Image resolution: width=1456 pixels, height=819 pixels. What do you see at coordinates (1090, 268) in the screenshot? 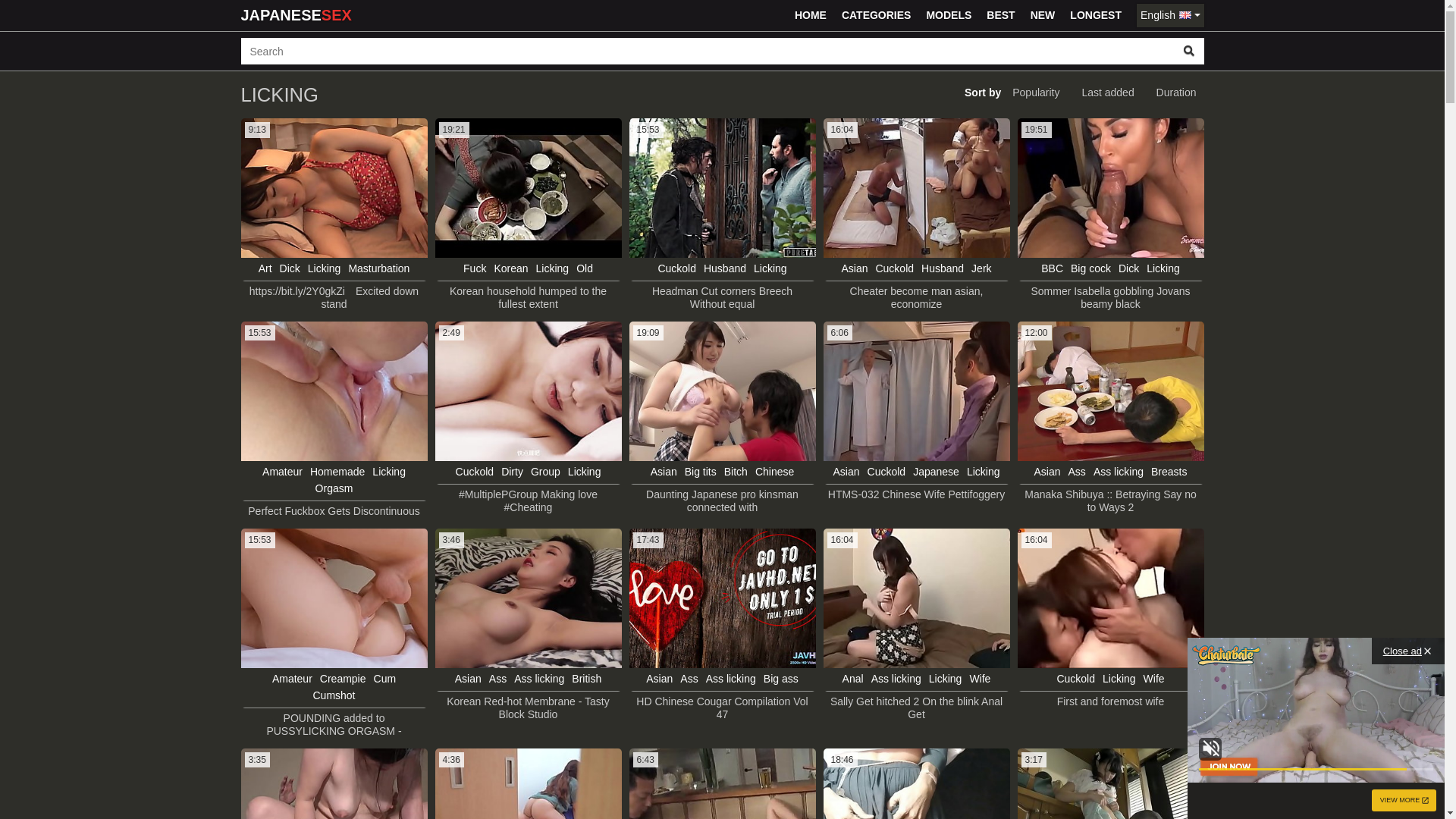
I see `'Big cock'` at bounding box center [1090, 268].